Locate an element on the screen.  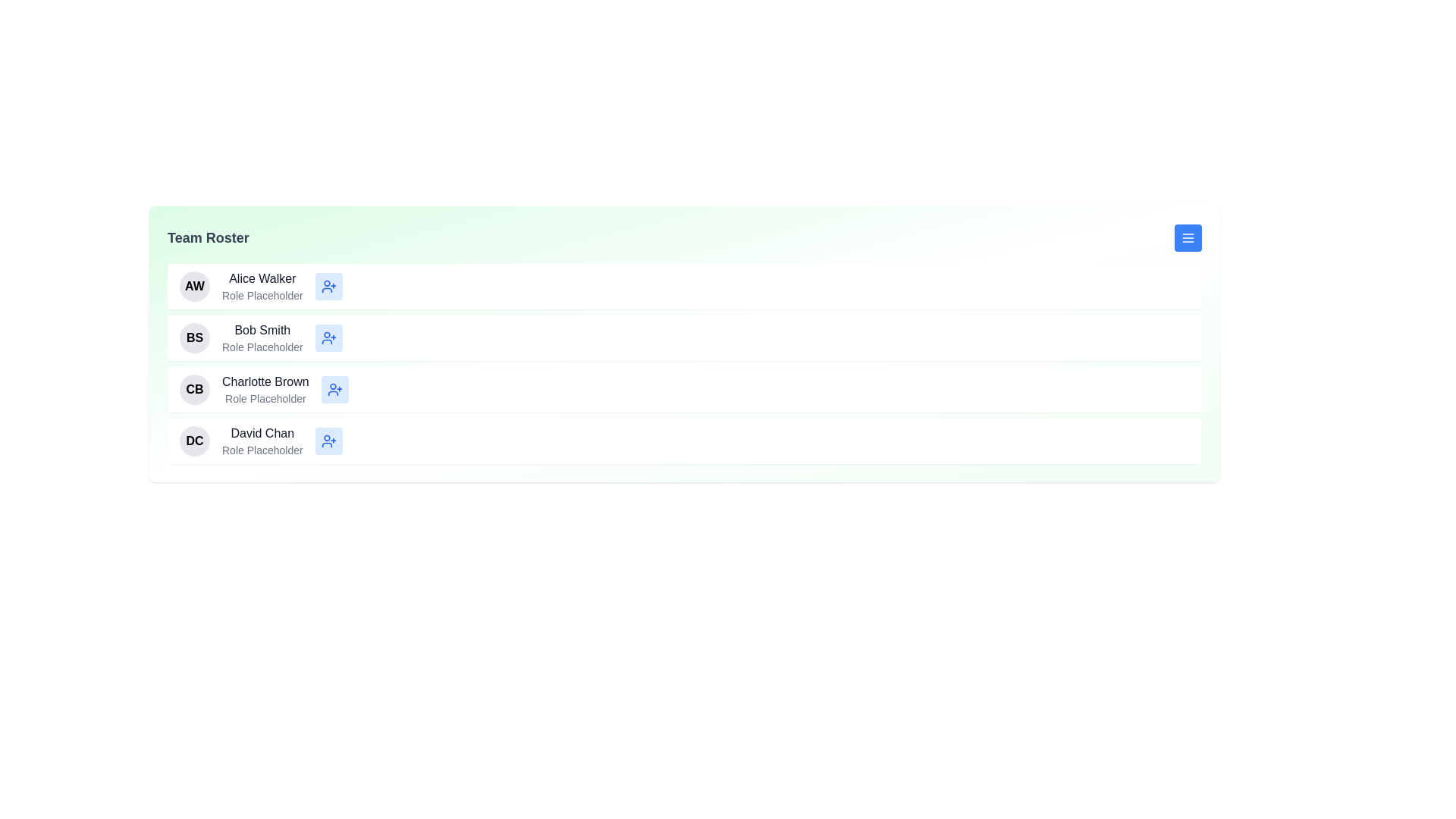
metadata of the text displaying 'Role Placeholder', which is a small, gray font located directly below 'Bob Smith' in the second row of the roster is located at coordinates (262, 347).